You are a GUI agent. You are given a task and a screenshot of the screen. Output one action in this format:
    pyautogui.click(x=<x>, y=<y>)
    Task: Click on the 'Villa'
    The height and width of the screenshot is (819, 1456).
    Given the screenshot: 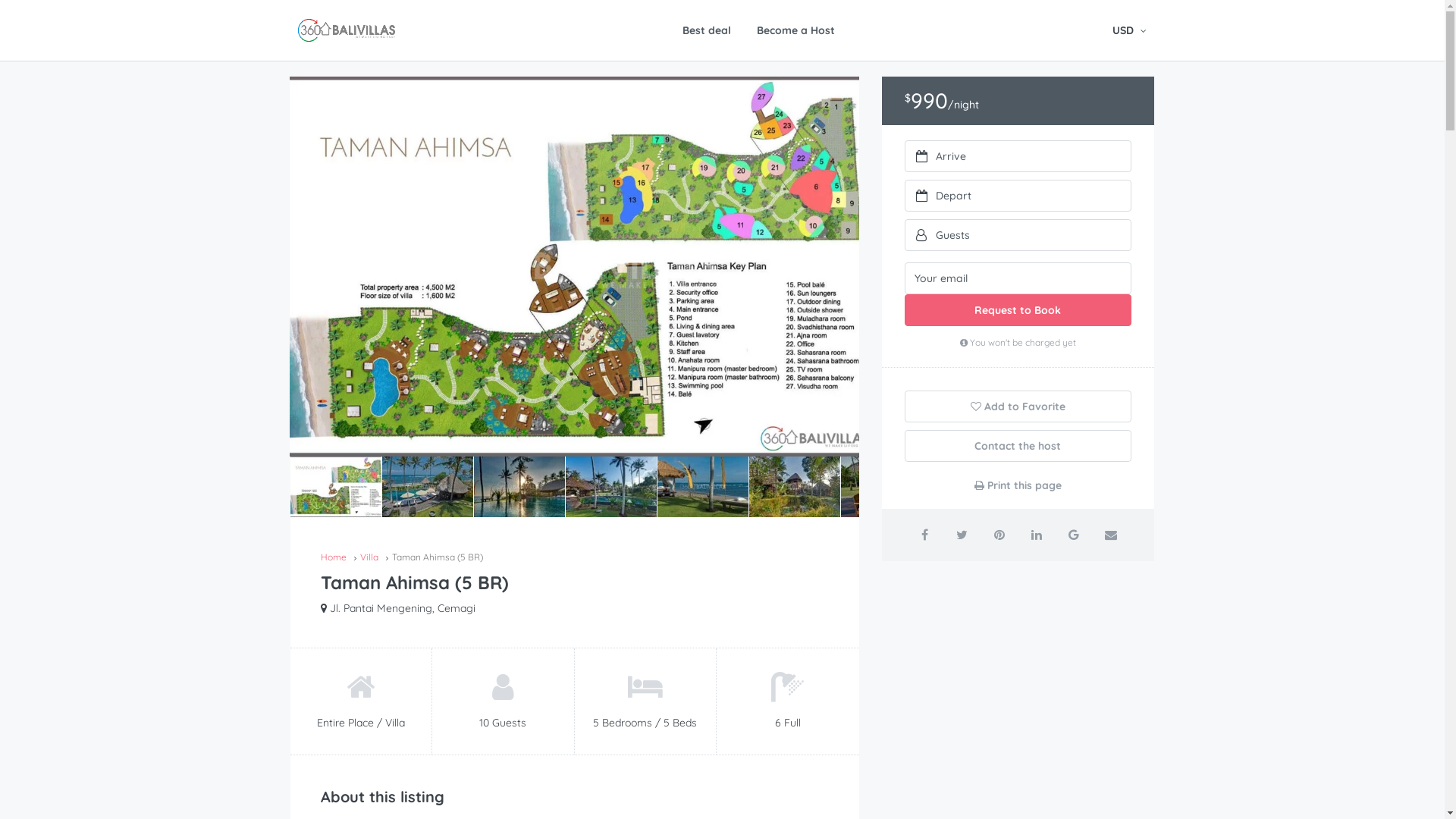 What is the action you would take?
    pyautogui.click(x=368, y=557)
    